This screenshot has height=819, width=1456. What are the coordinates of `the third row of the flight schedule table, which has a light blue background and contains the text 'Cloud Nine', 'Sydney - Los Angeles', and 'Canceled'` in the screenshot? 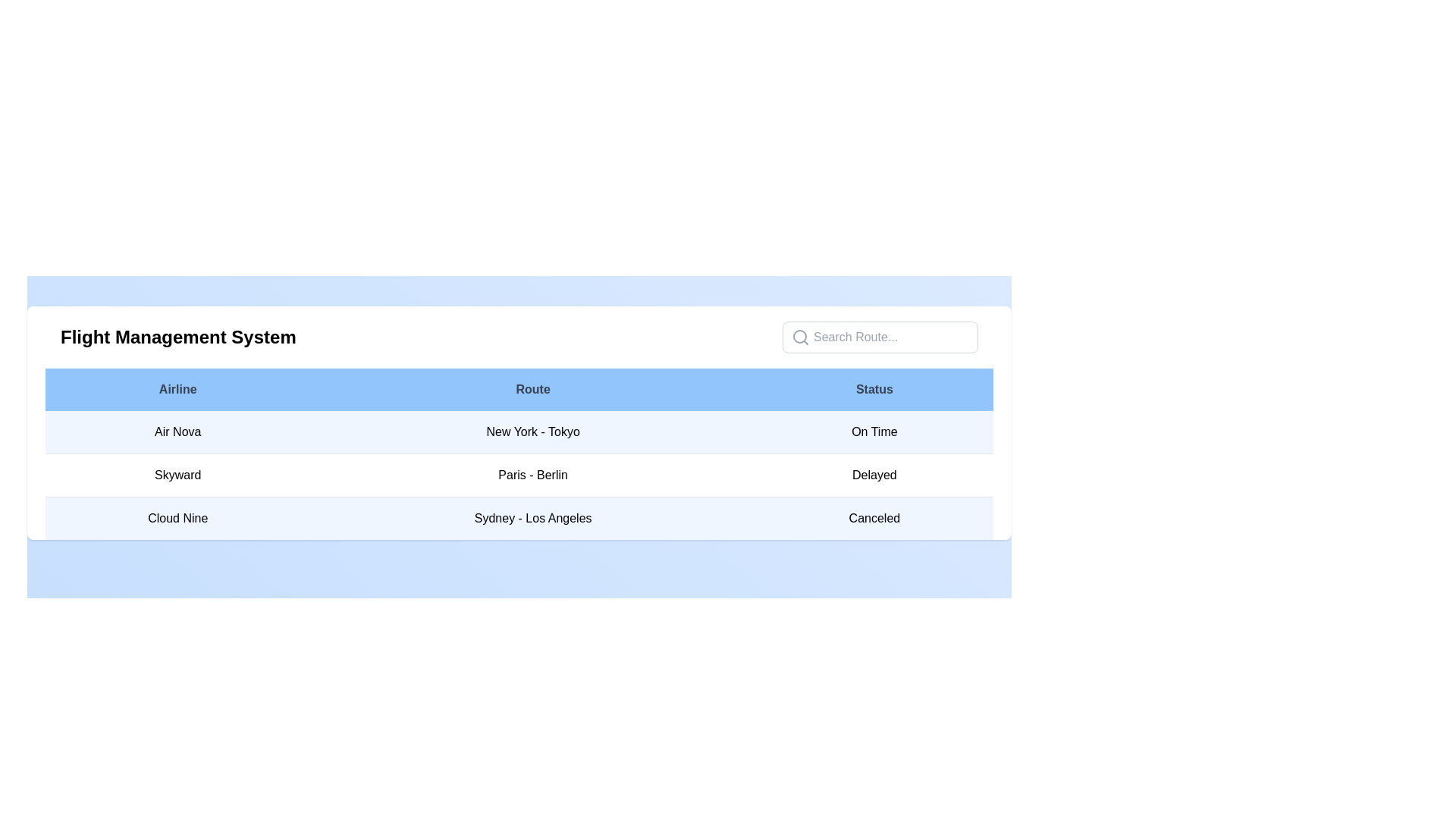 It's located at (519, 516).